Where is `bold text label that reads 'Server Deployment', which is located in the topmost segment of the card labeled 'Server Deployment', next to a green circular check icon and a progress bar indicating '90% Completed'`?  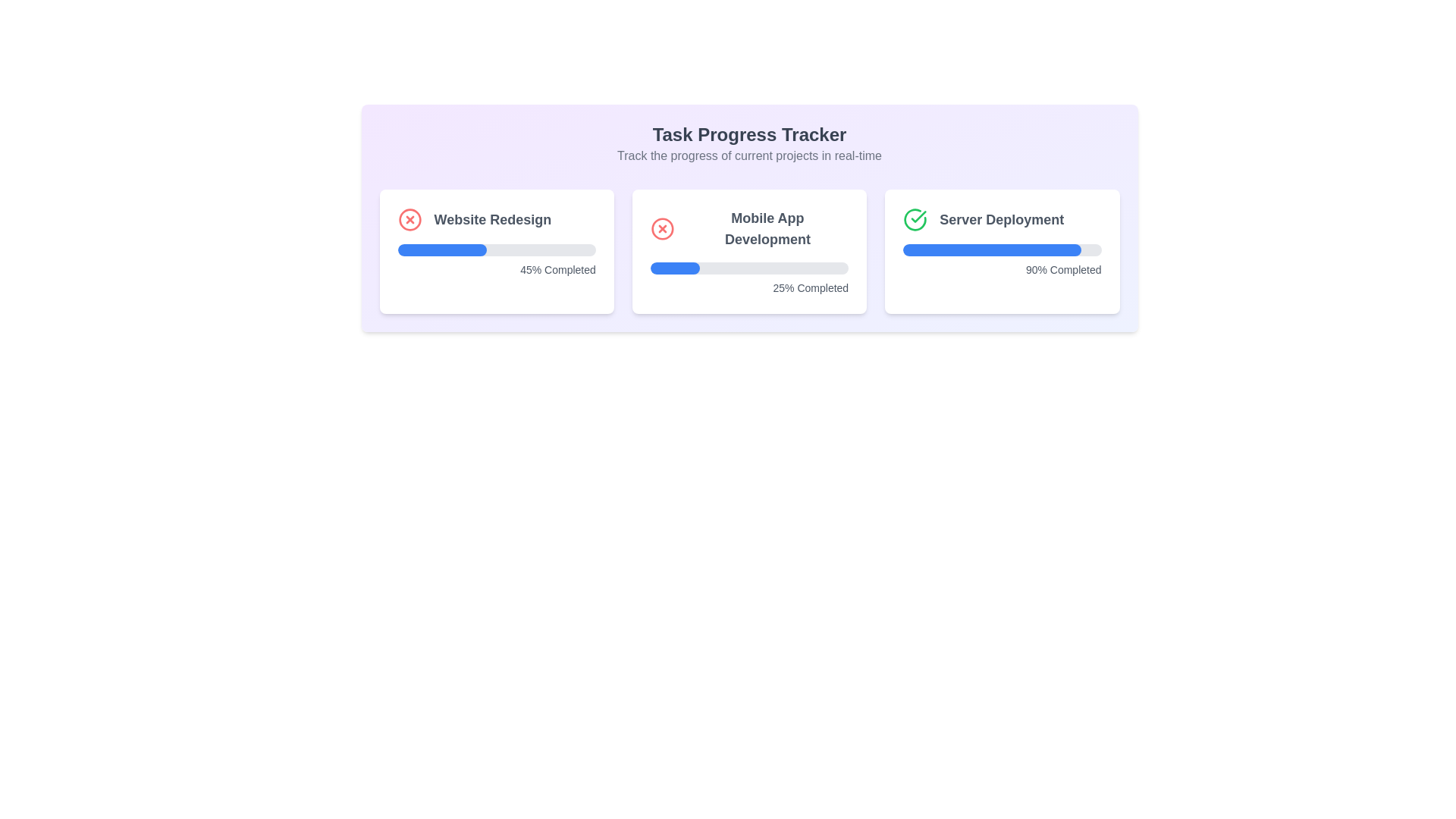
bold text label that reads 'Server Deployment', which is located in the topmost segment of the card labeled 'Server Deployment', next to a green circular check icon and a progress bar indicating '90% Completed' is located at coordinates (1002, 219).